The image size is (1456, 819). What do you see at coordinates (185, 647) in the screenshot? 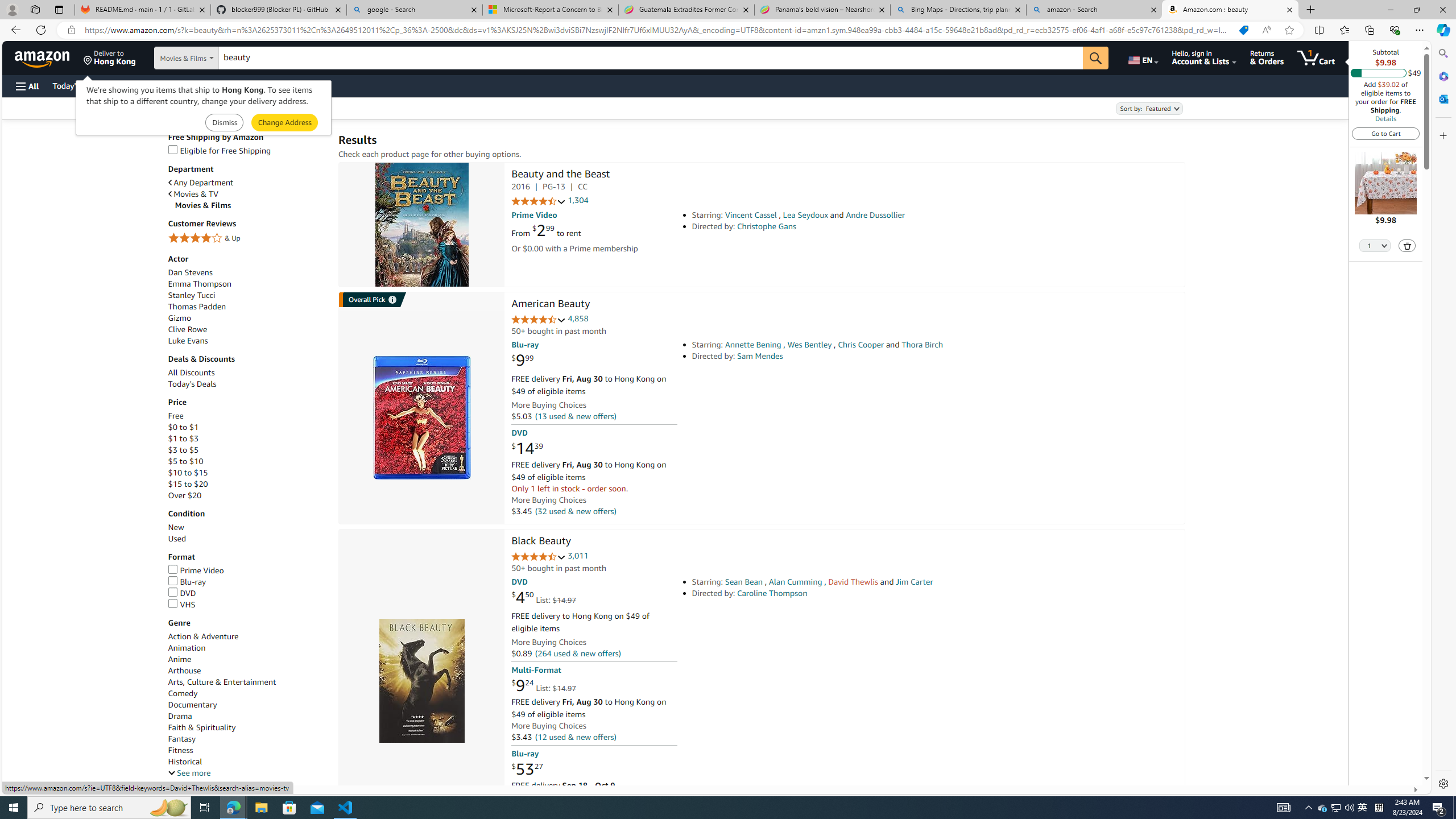
I see `'Animation'` at bounding box center [185, 647].